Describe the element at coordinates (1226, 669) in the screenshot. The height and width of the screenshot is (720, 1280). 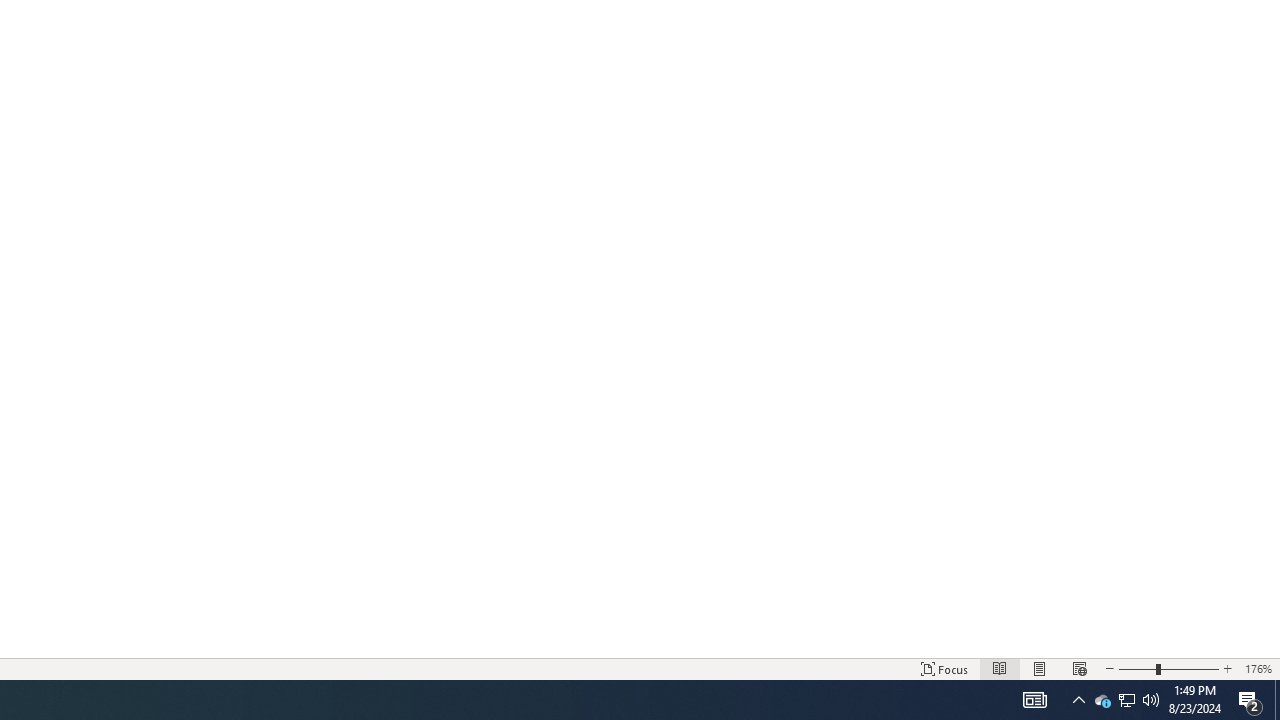
I see `'Increase Text Size'` at that location.